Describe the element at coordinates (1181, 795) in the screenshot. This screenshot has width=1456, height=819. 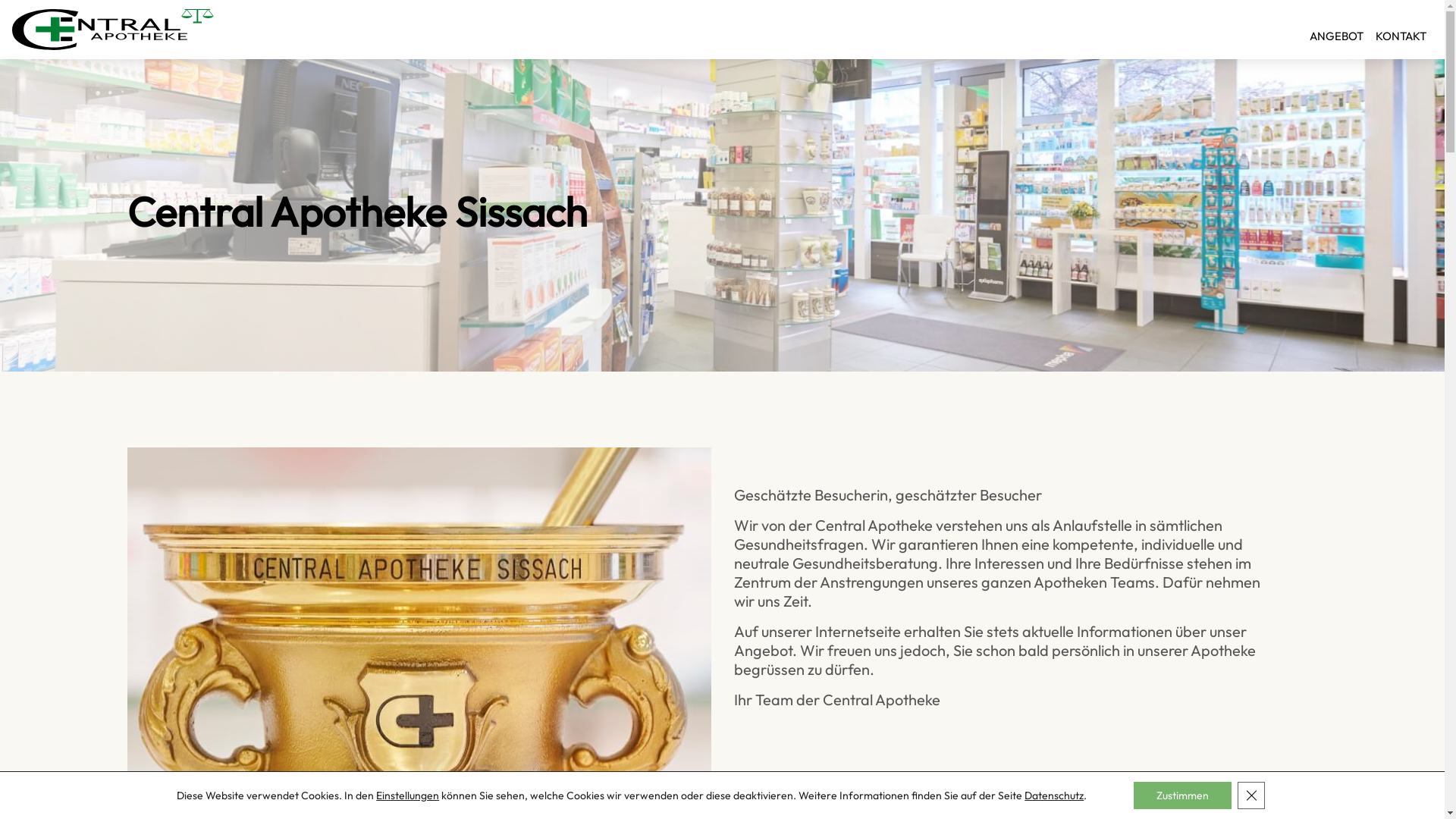
I see `'Zustimmen'` at that location.